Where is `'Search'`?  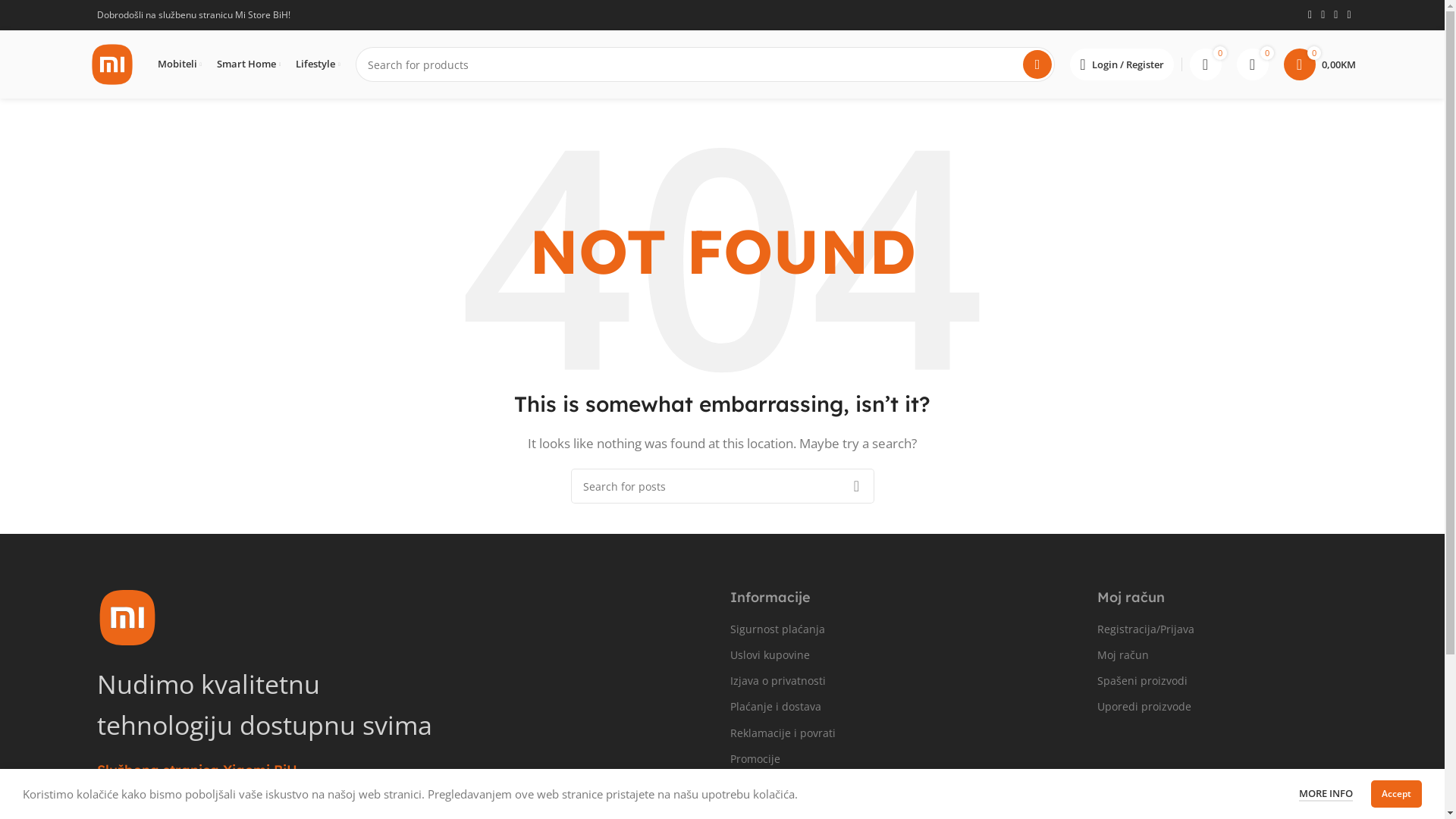
'Search' is located at coordinates (1037, 63).